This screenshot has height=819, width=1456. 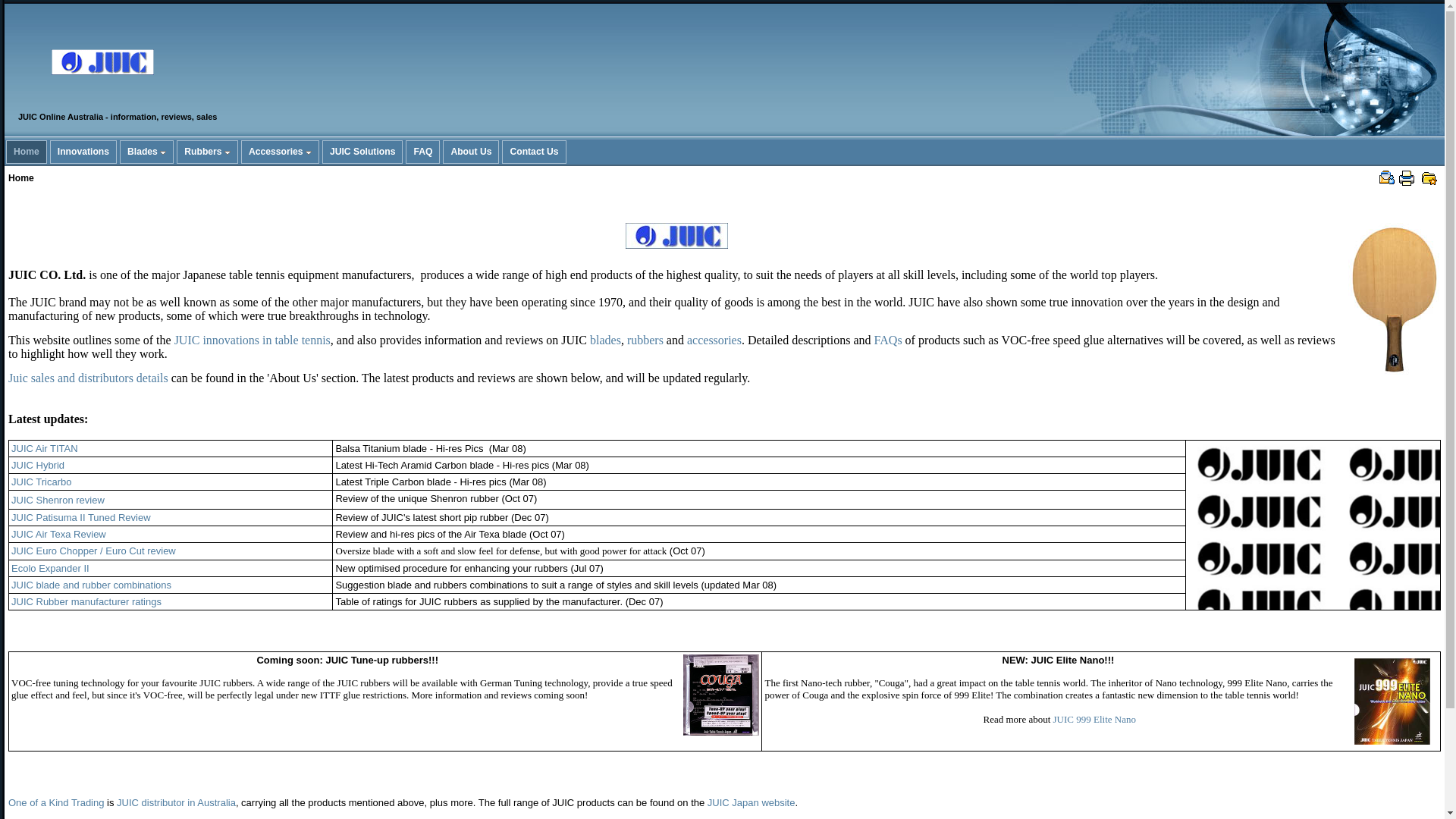 I want to click on 'JUIC Tricarbo', so click(x=41, y=482).